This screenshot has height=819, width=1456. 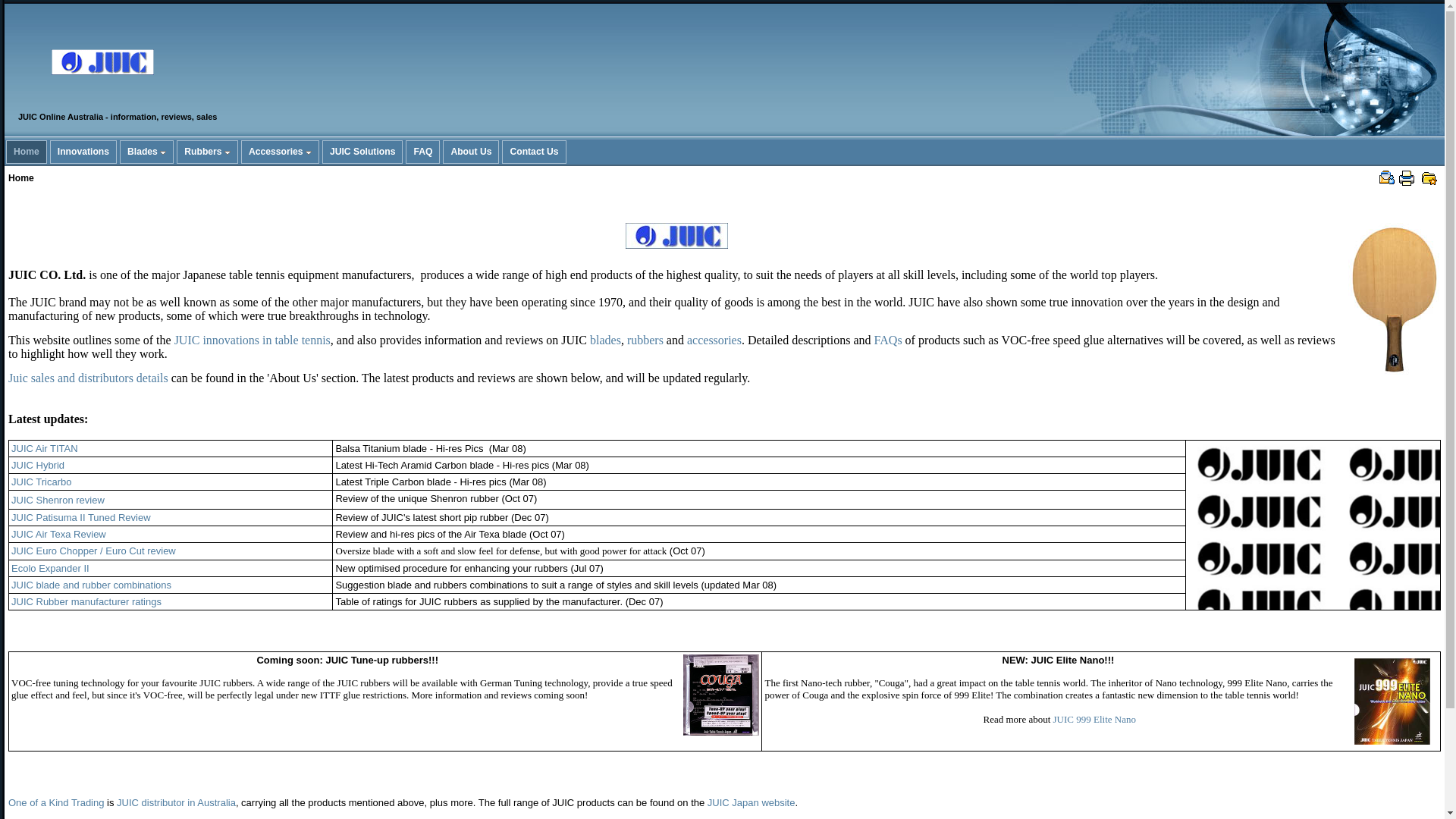 I want to click on 'JUIC Tricarbo', so click(x=41, y=482).